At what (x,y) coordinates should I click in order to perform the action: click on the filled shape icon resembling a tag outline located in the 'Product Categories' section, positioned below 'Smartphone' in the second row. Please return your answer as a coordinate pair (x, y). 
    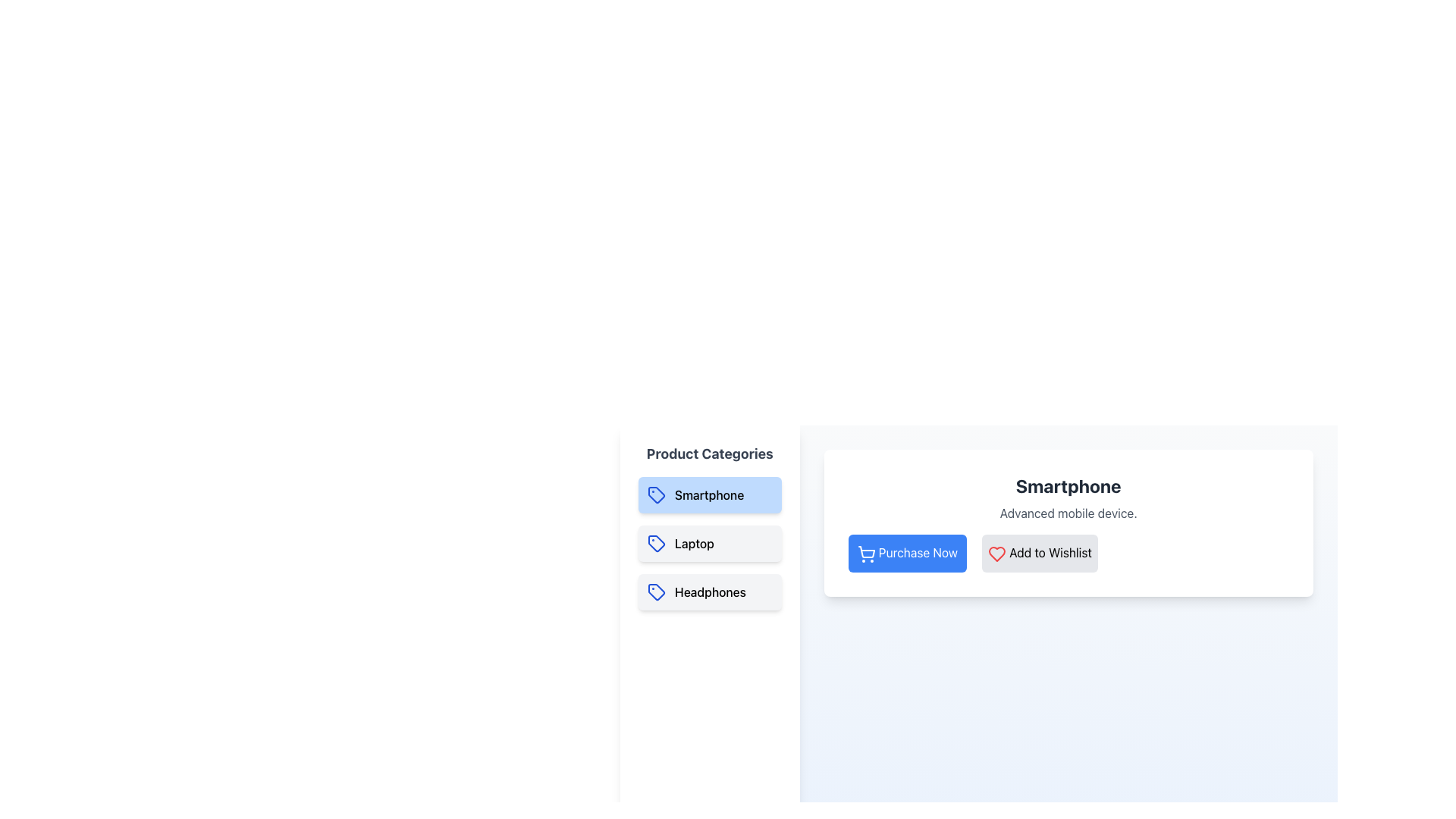
    Looking at the image, I should click on (656, 543).